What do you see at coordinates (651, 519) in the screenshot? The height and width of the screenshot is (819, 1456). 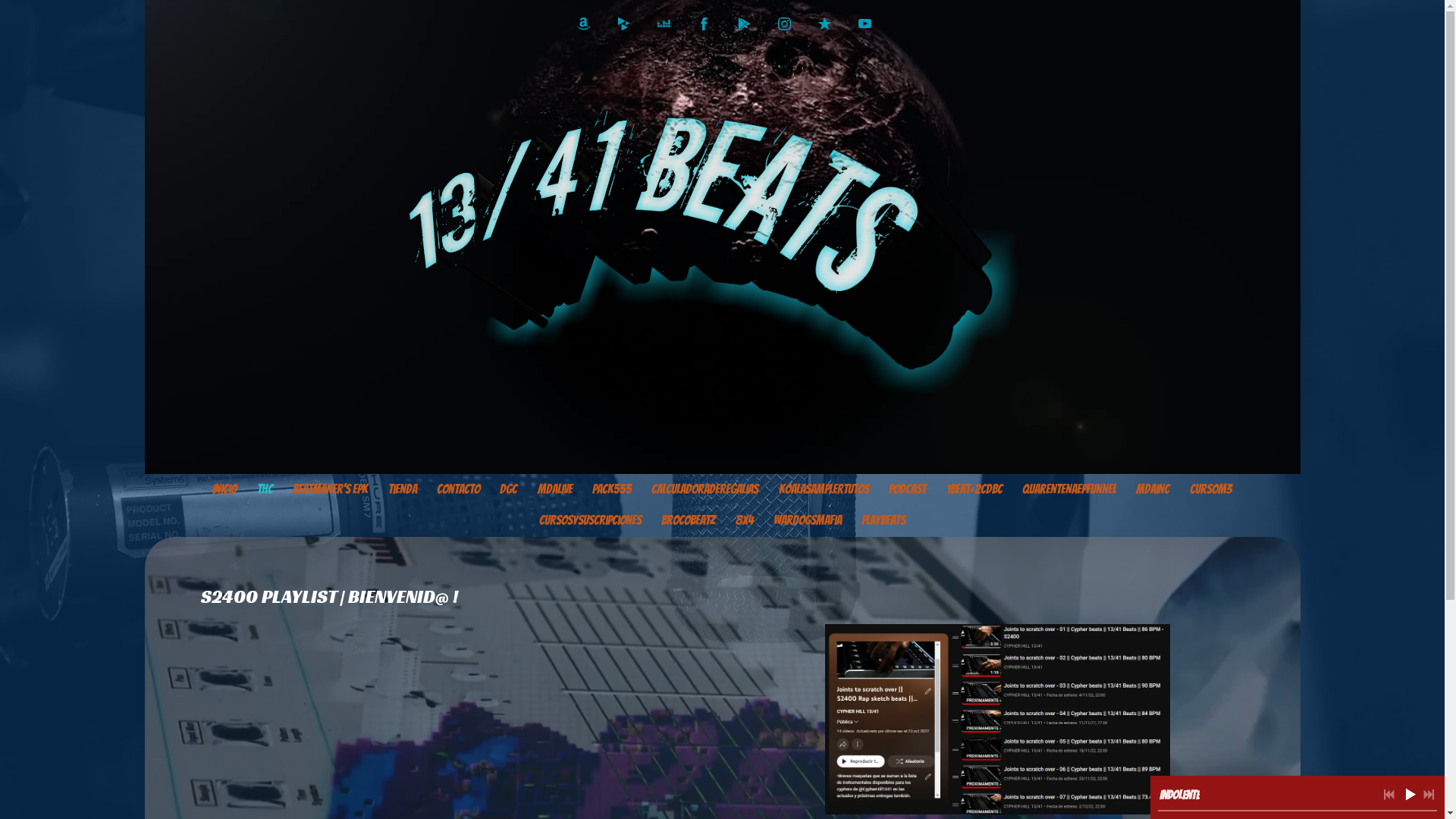 I see `'BrocoBeatz'` at bounding box center [651, 519].